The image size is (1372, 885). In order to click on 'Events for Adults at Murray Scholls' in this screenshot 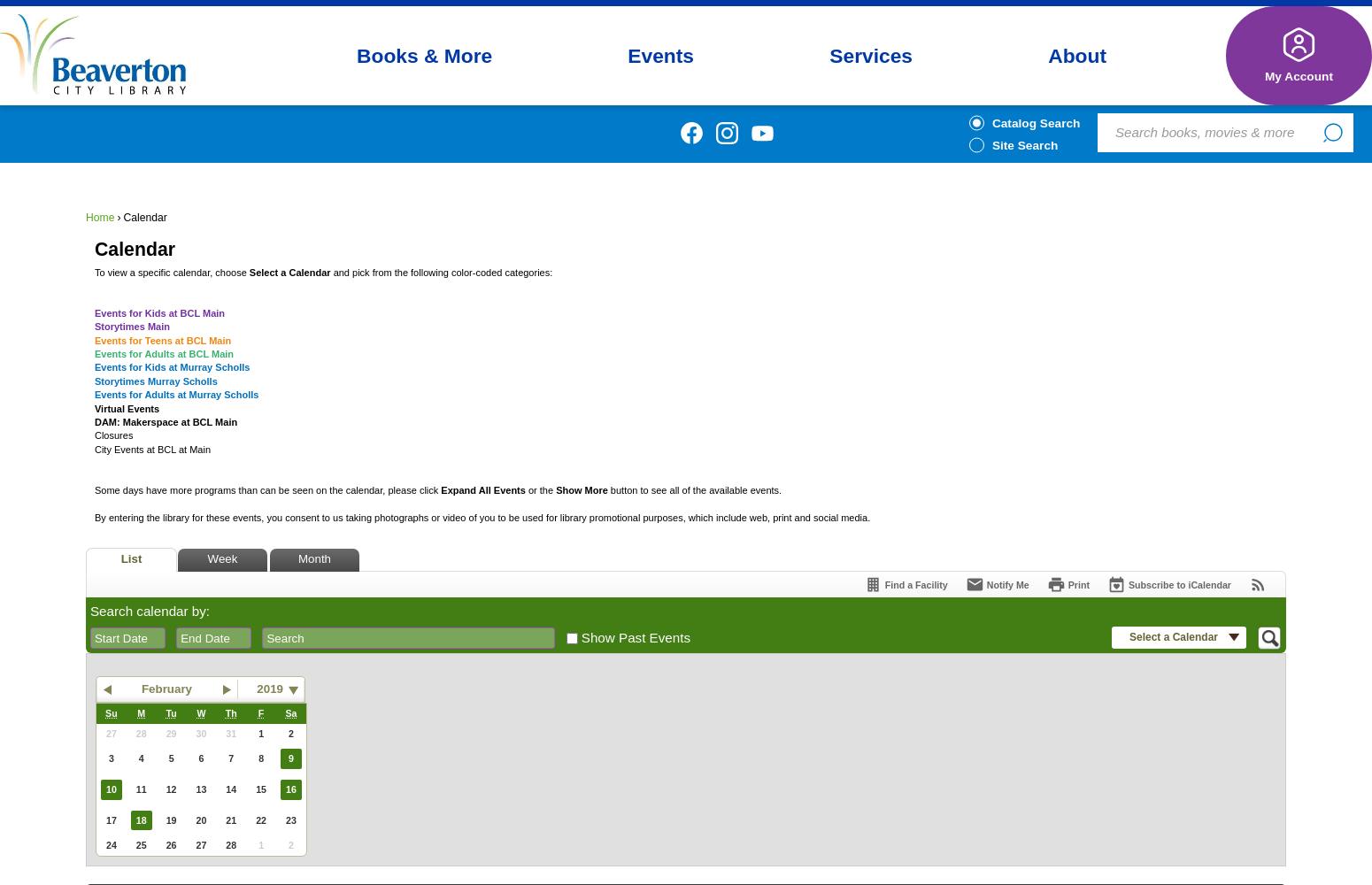, I will do `click(175, 394)`.